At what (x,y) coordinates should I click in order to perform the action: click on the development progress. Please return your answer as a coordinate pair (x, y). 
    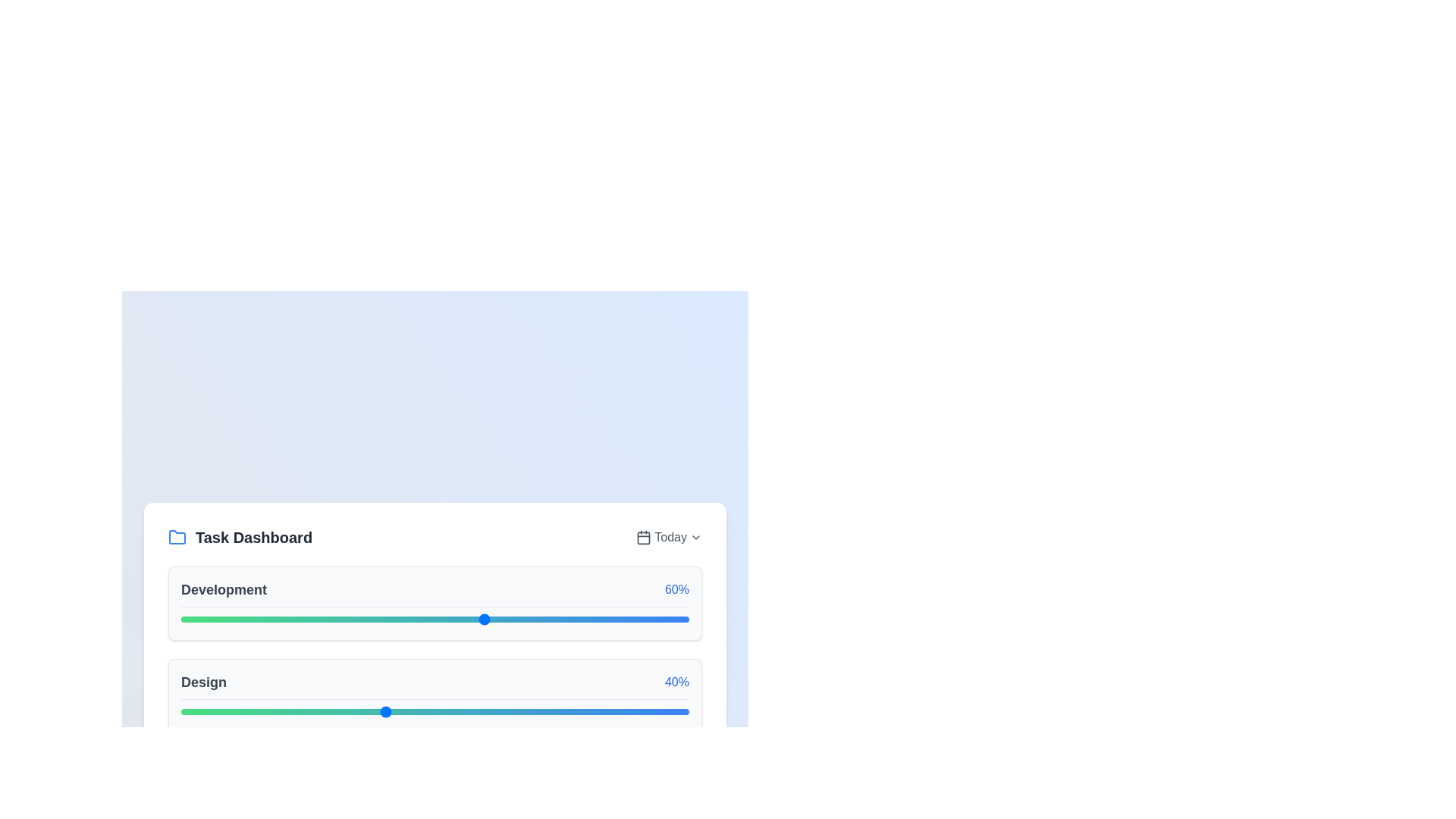
    Looking at the image, I should click on (358, 620).